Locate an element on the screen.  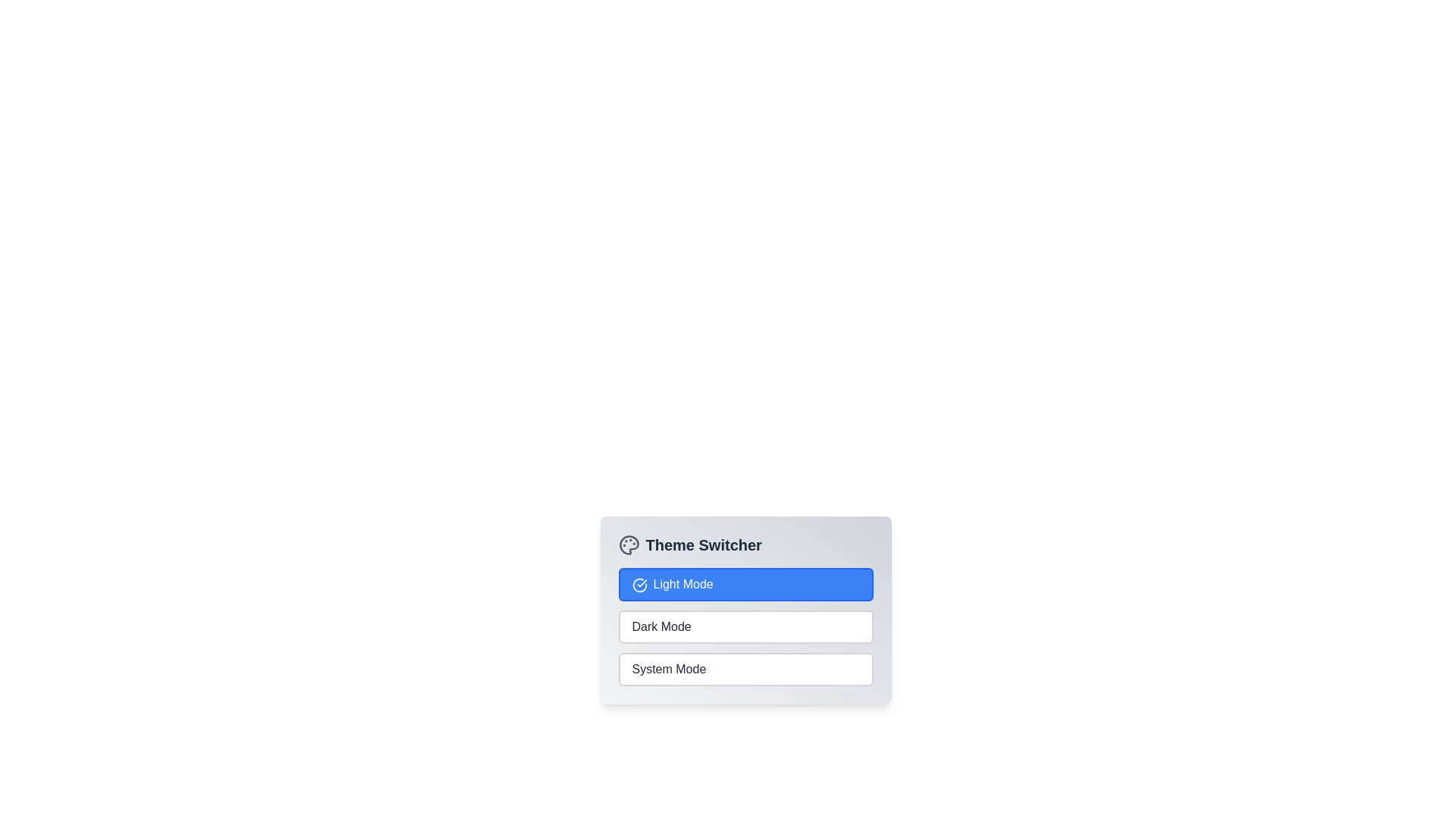
the theme option System Mode to switch to the corresponding theme is located at coordinates (745, 669).